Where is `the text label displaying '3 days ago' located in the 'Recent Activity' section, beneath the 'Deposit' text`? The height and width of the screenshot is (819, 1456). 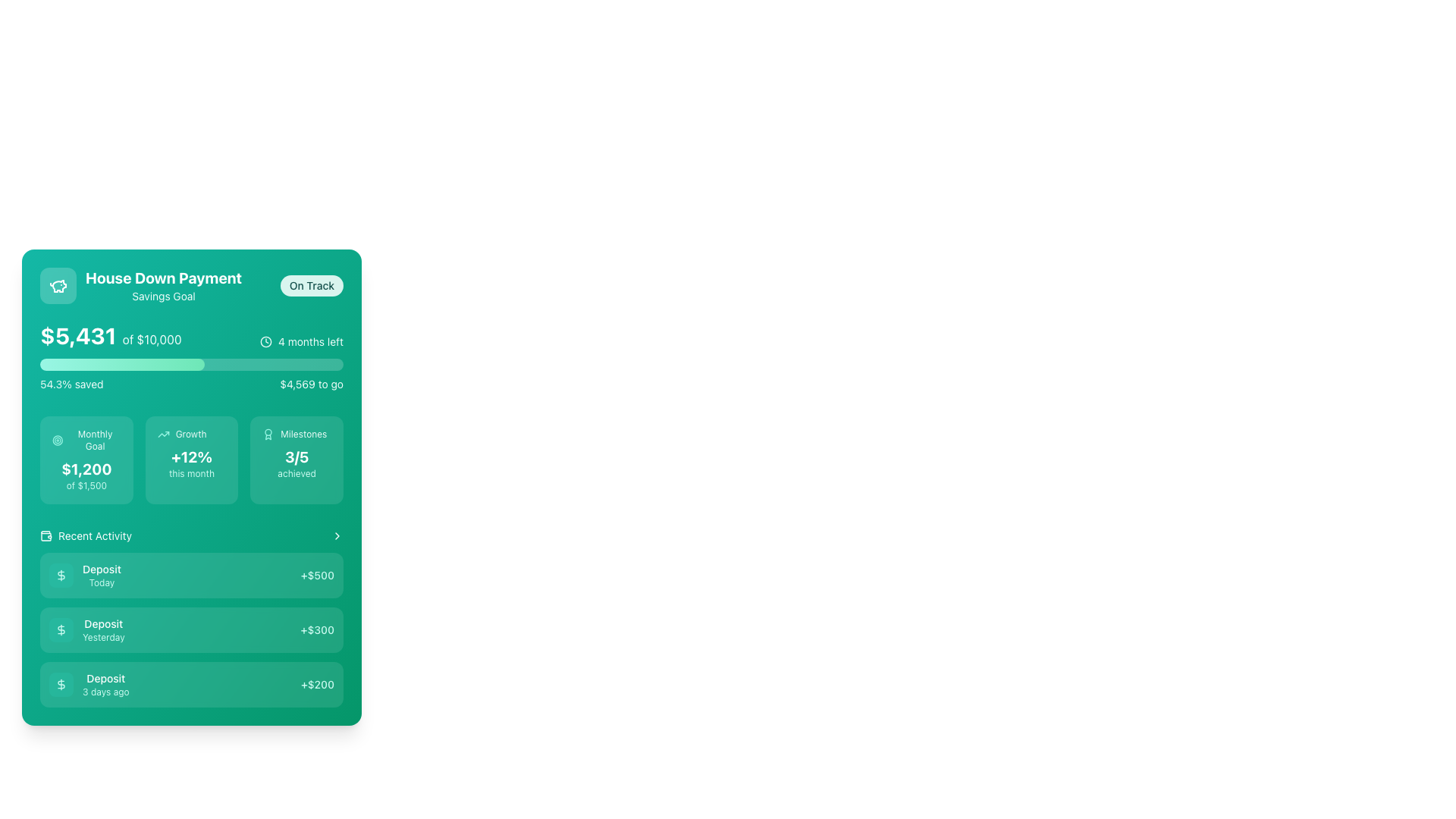
the text label displaying '3 days ago' located in the 'Recent Activity' section, beneath the 'Deposit' text is located at coordinates (105, 692).